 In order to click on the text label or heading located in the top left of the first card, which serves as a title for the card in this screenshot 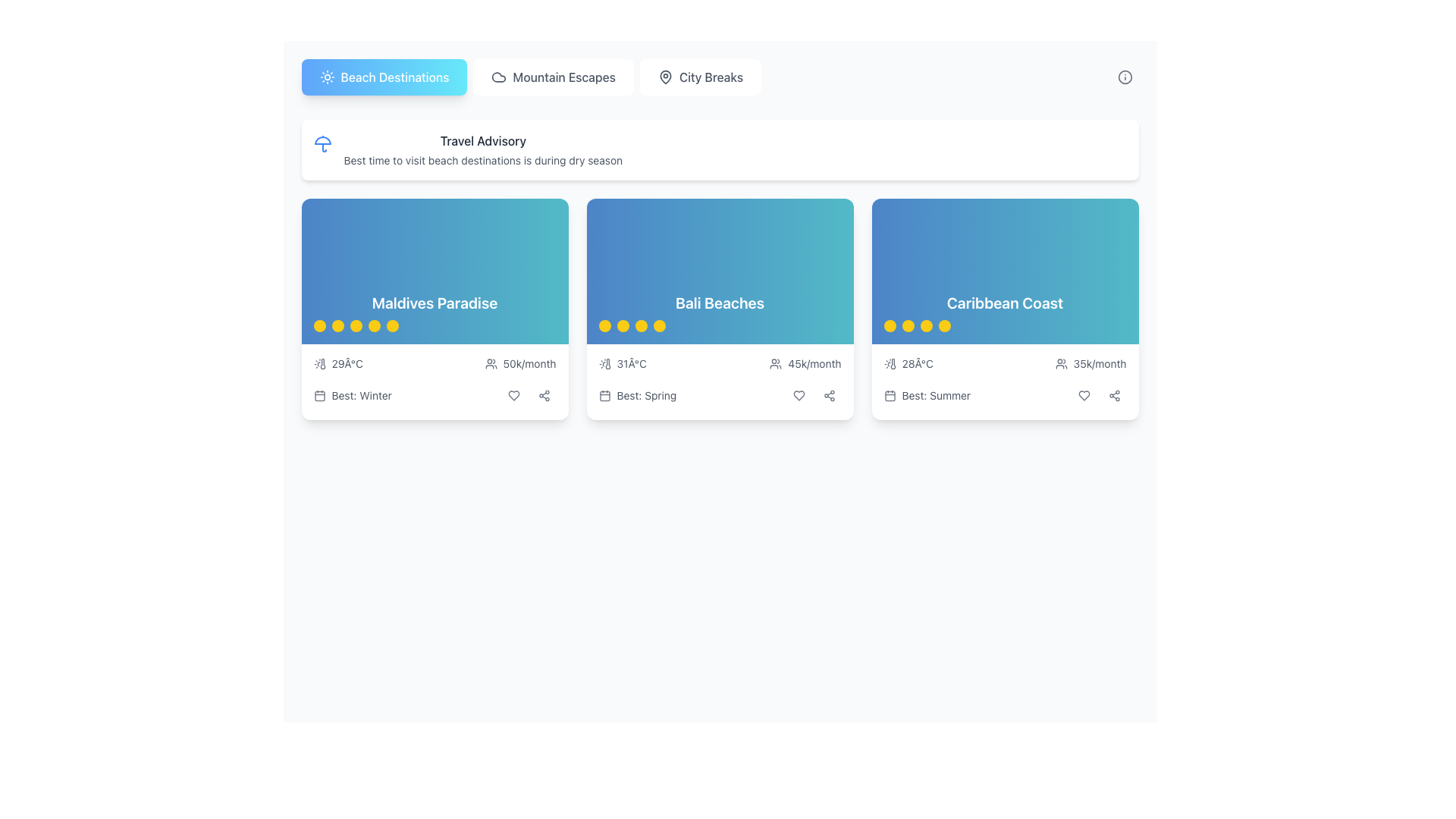, I will do `click(434, 303)`.